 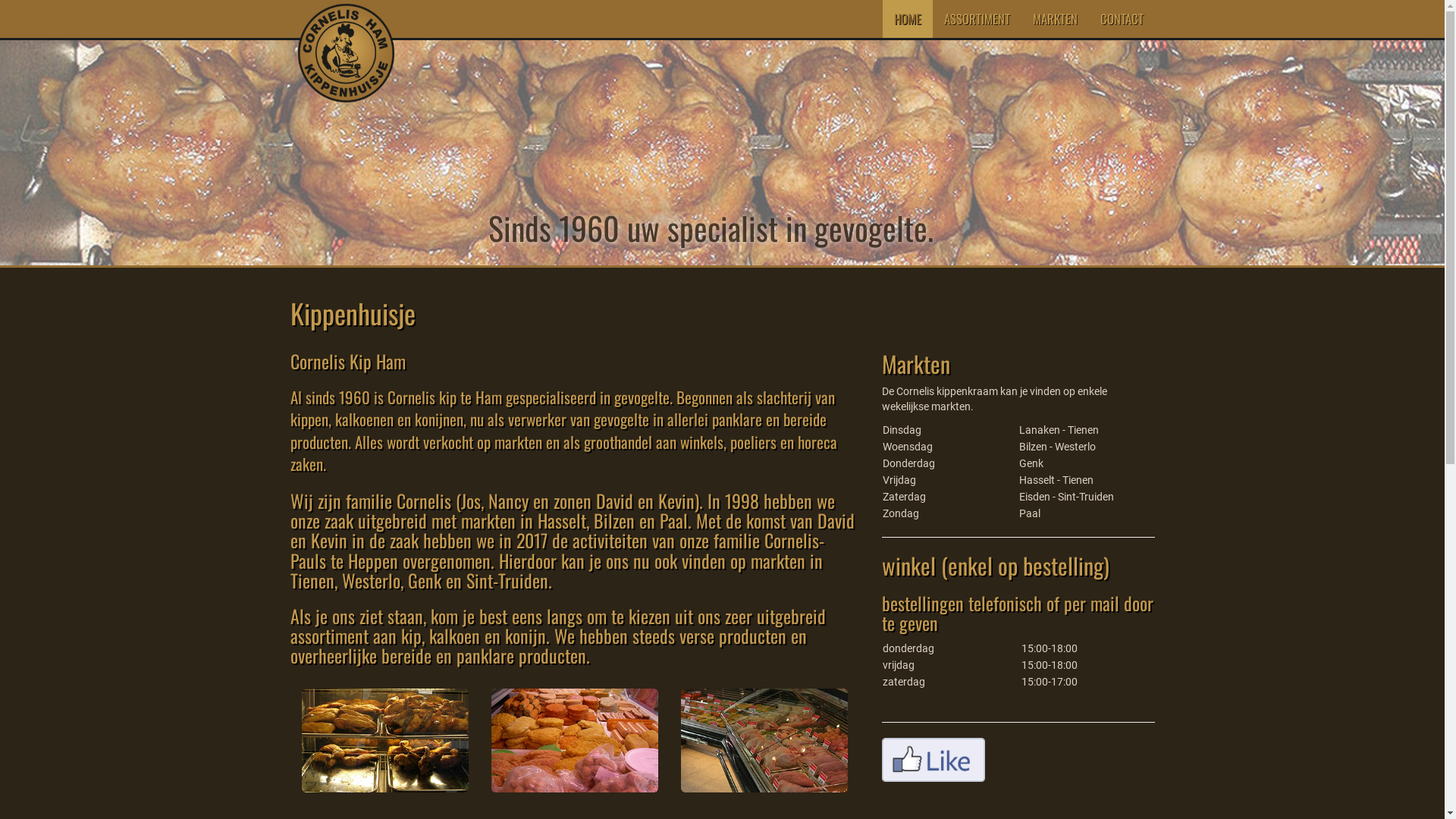 What do you see at coordinates (931, 18) in the screenshot?
I see `'ASSORTIMENT'` at bounding box center [931, 18].